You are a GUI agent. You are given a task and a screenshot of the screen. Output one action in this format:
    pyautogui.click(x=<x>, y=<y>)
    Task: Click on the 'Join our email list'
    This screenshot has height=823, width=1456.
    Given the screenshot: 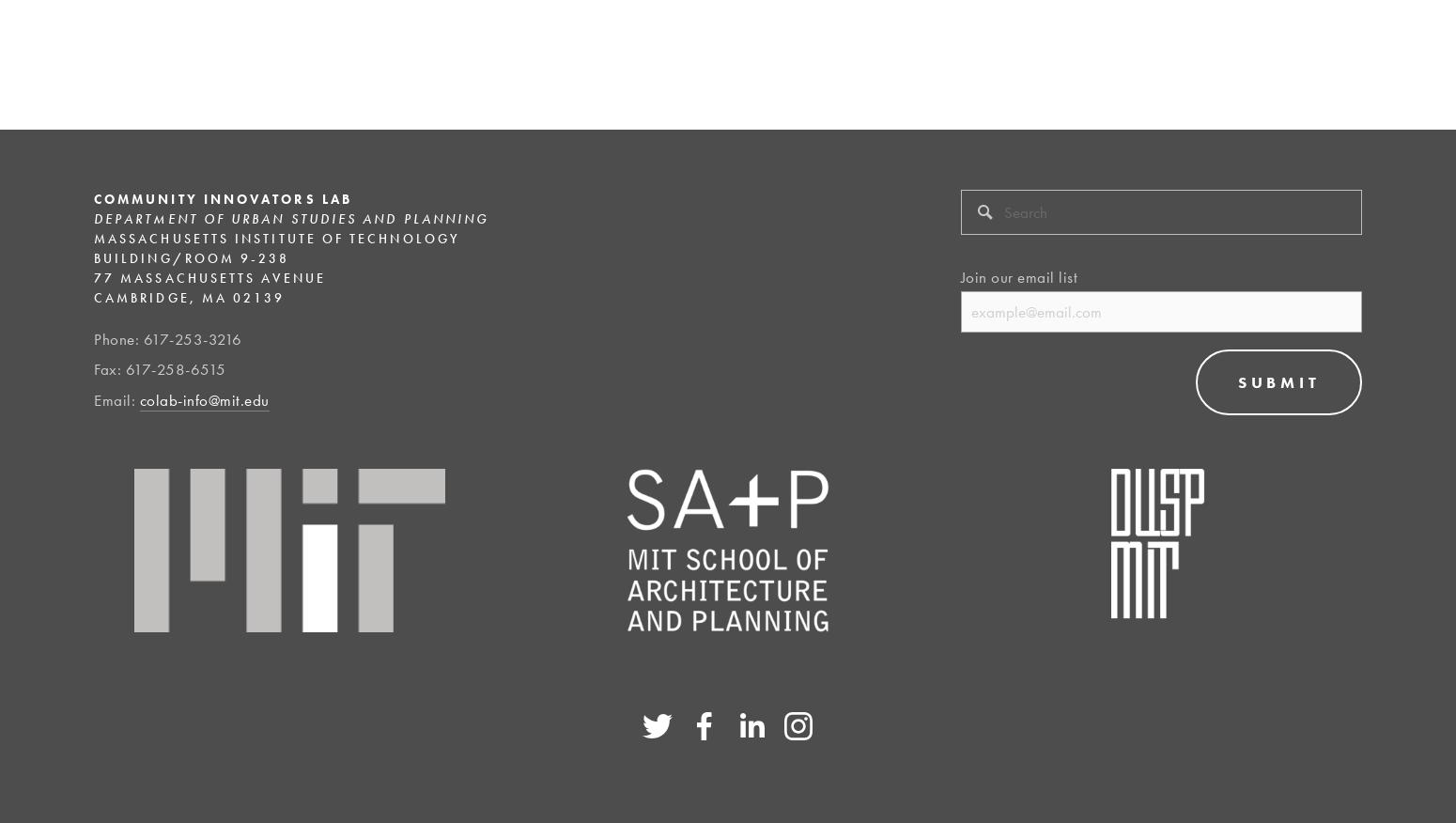 What is the action you would take?
    pyautogui.click(x=1018, y=275)
    